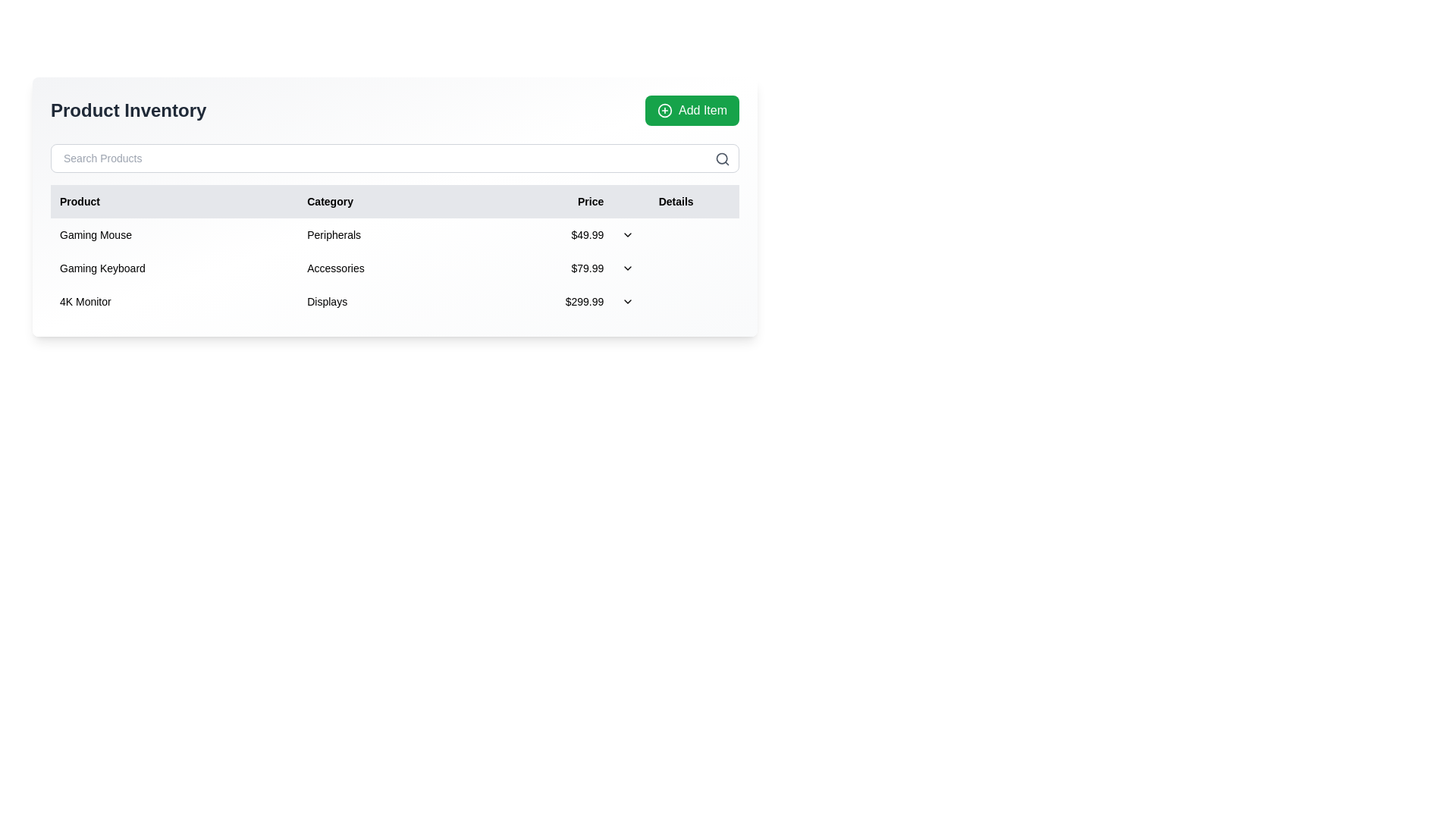 The image size is (1456, 819). What do you see at coordinates (395, 301) in the screenshot?
I see `the third row of the table that represents the product '4K Monitor' to focus or highlight it` at bounding box center [395, 301].